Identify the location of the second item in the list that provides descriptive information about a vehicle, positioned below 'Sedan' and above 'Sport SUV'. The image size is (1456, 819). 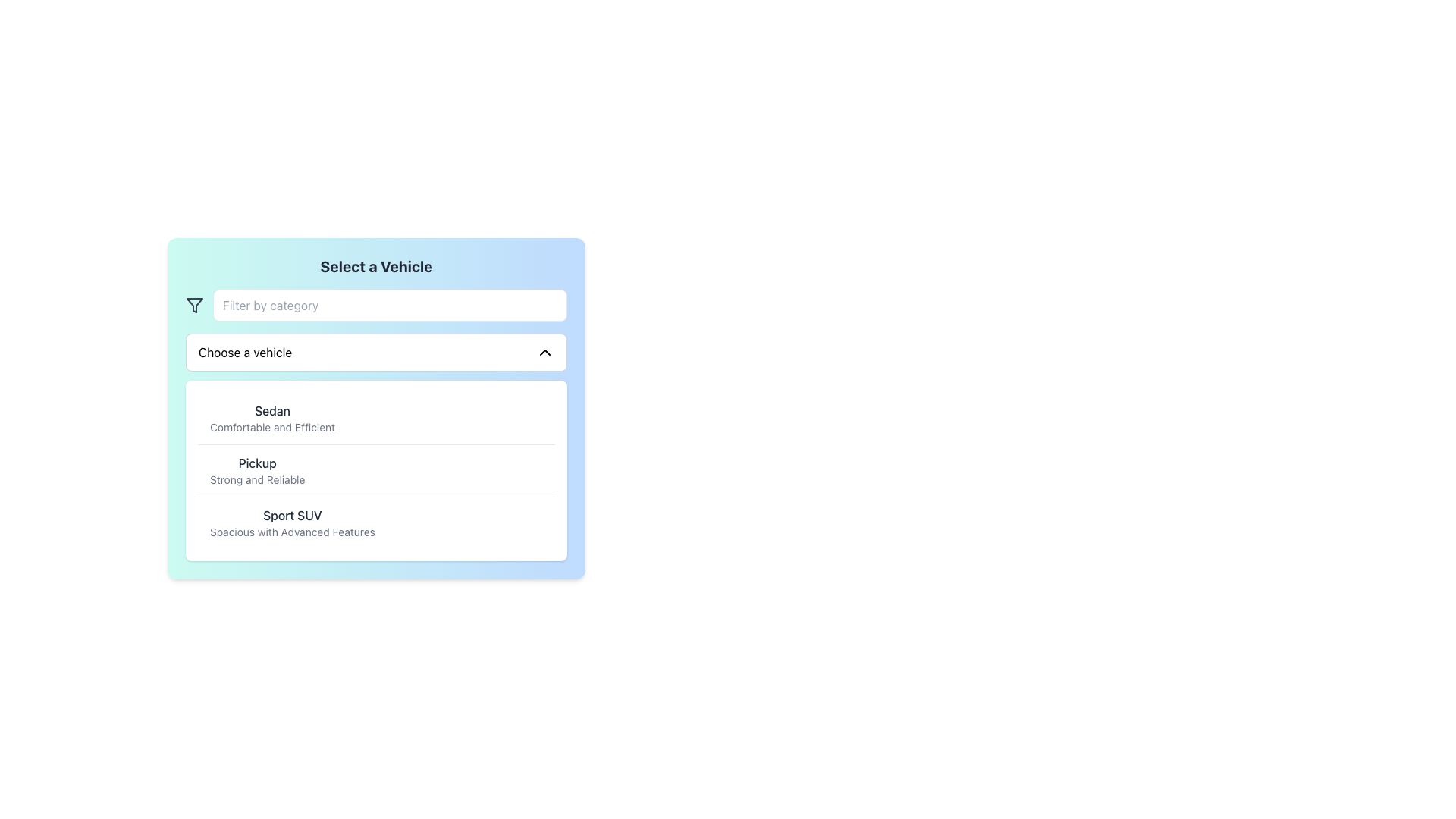
(257, 470).